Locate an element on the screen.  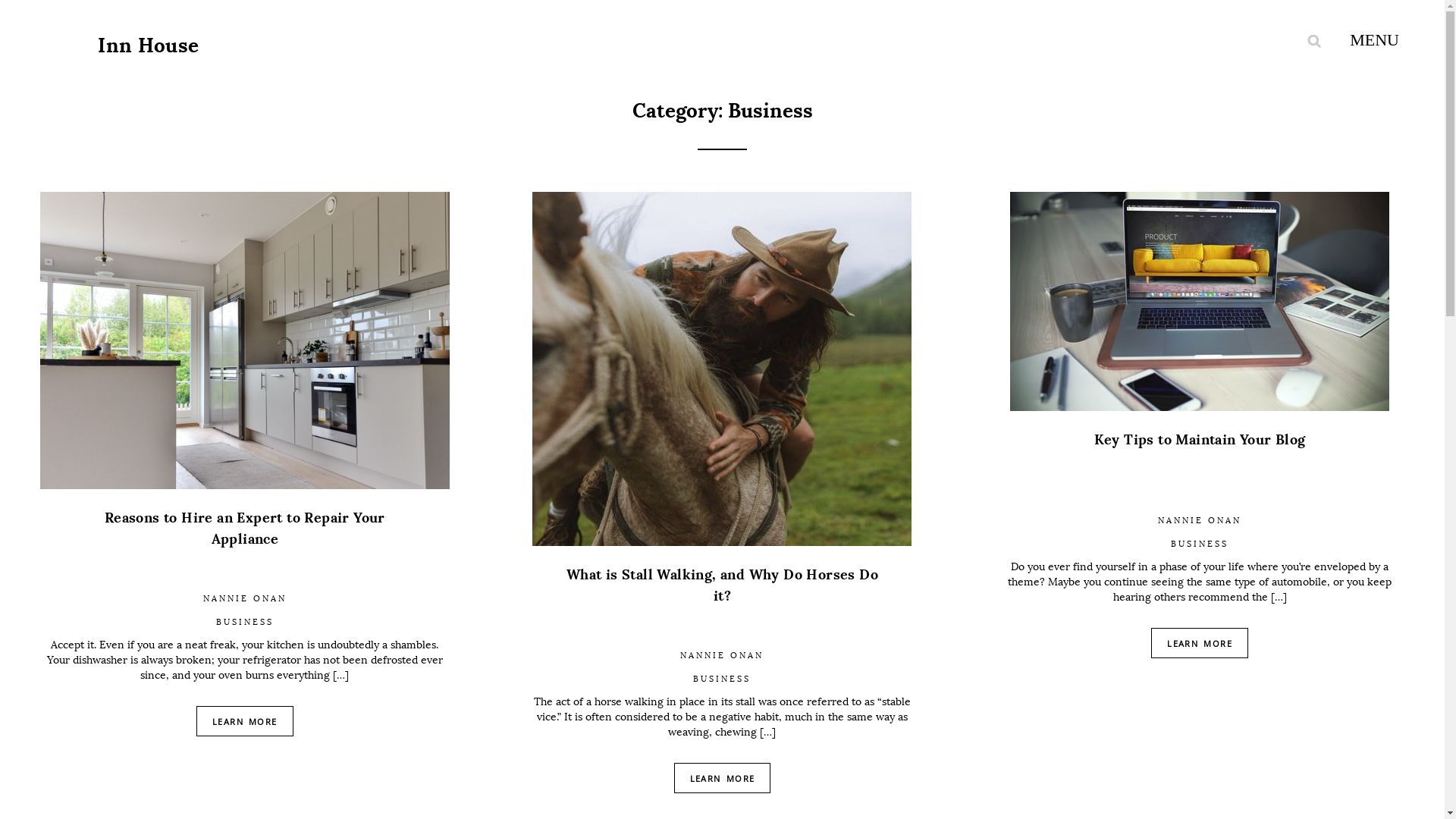
'LEARN MORE' is located at coordinates (722, 778).